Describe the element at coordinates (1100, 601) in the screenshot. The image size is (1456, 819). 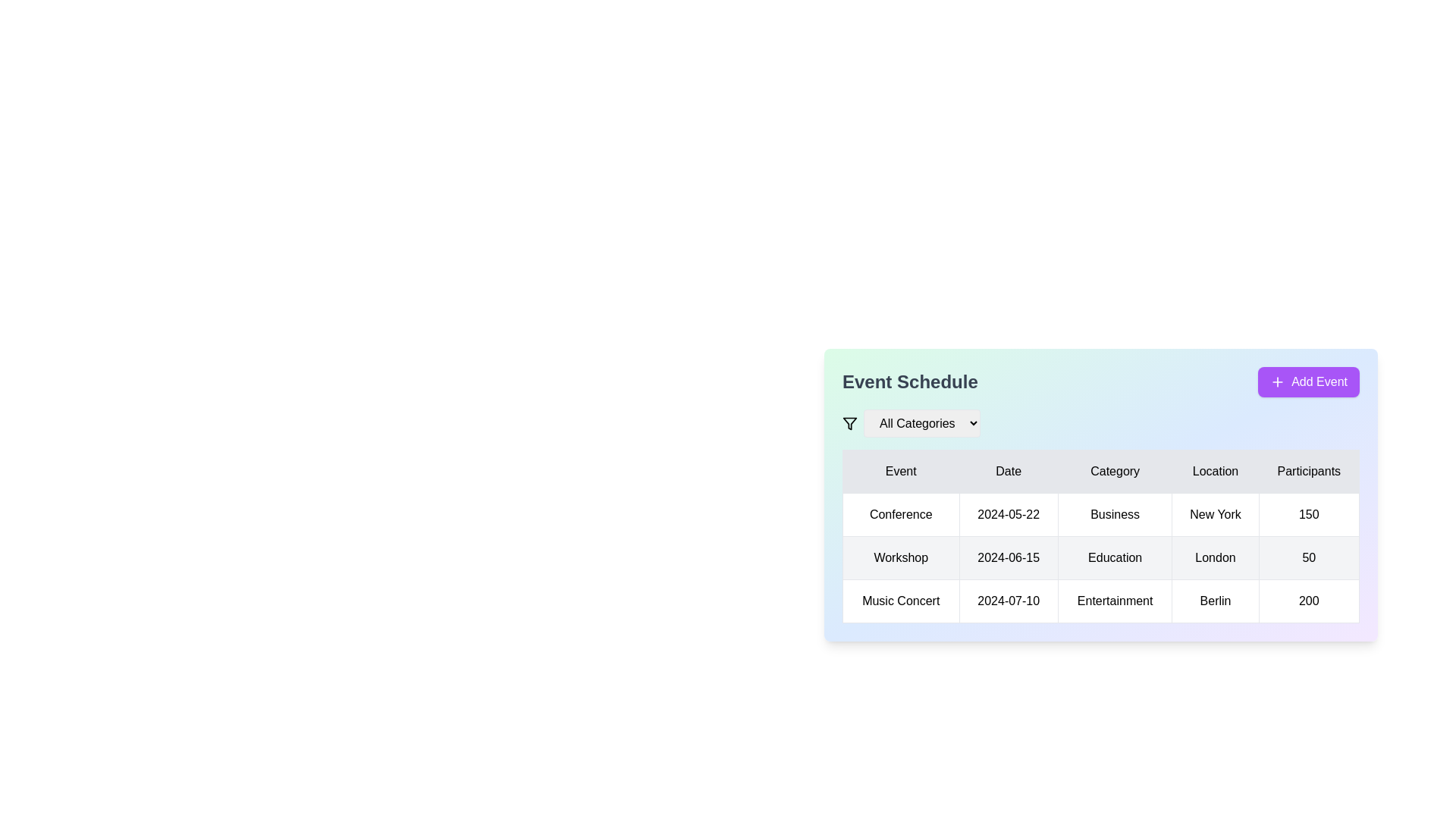
I see `the bottom-most row of the event schedule table` at that location.